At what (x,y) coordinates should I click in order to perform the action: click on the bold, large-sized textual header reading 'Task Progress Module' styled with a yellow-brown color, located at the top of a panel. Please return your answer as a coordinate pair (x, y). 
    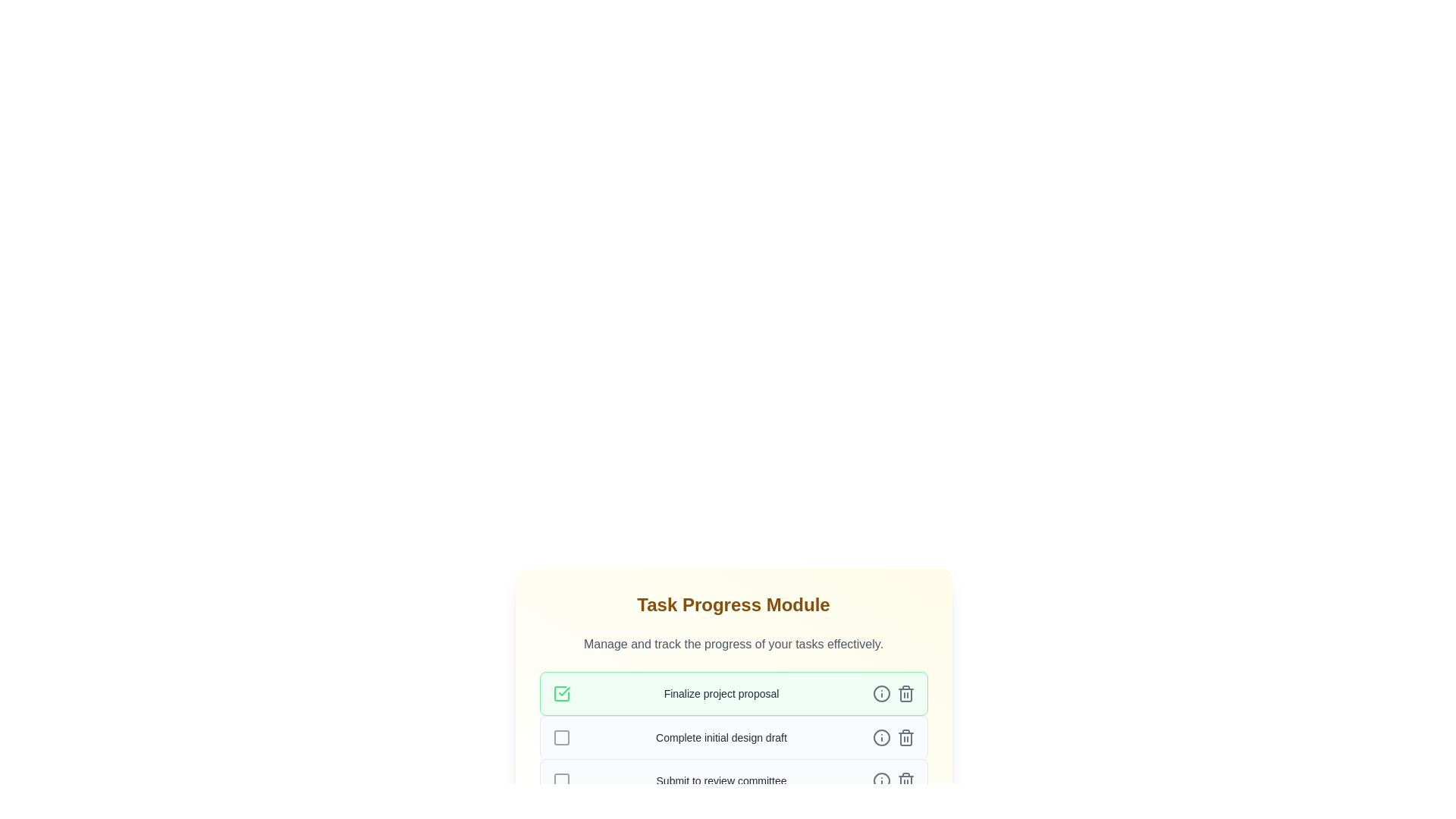
    Looking at the image, I should click on (733, 604).